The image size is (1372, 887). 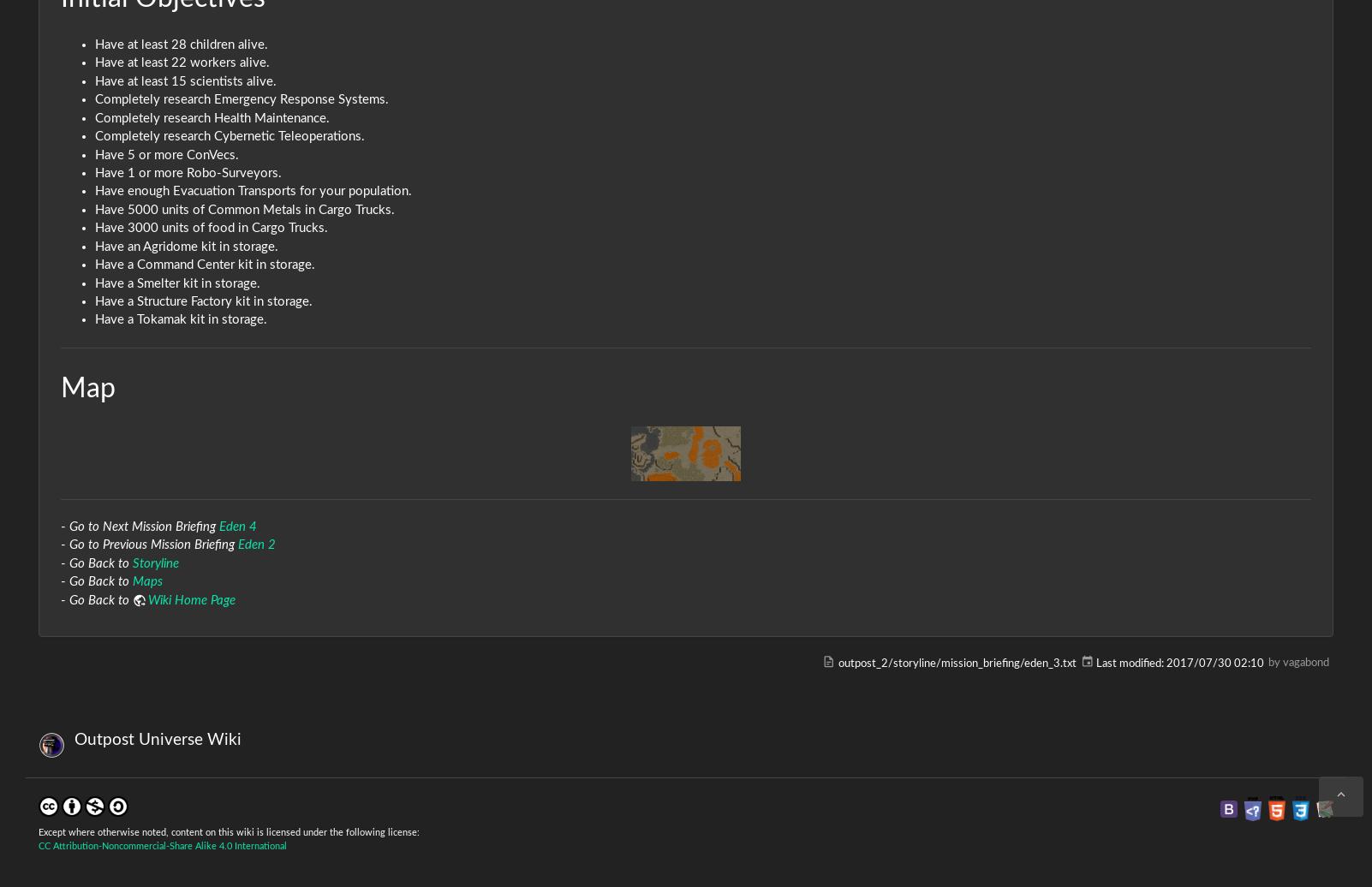 What do you see at coordinates (147, 581) in the screenshot?
I see `'Maps'` at bounding box center [147, 581].